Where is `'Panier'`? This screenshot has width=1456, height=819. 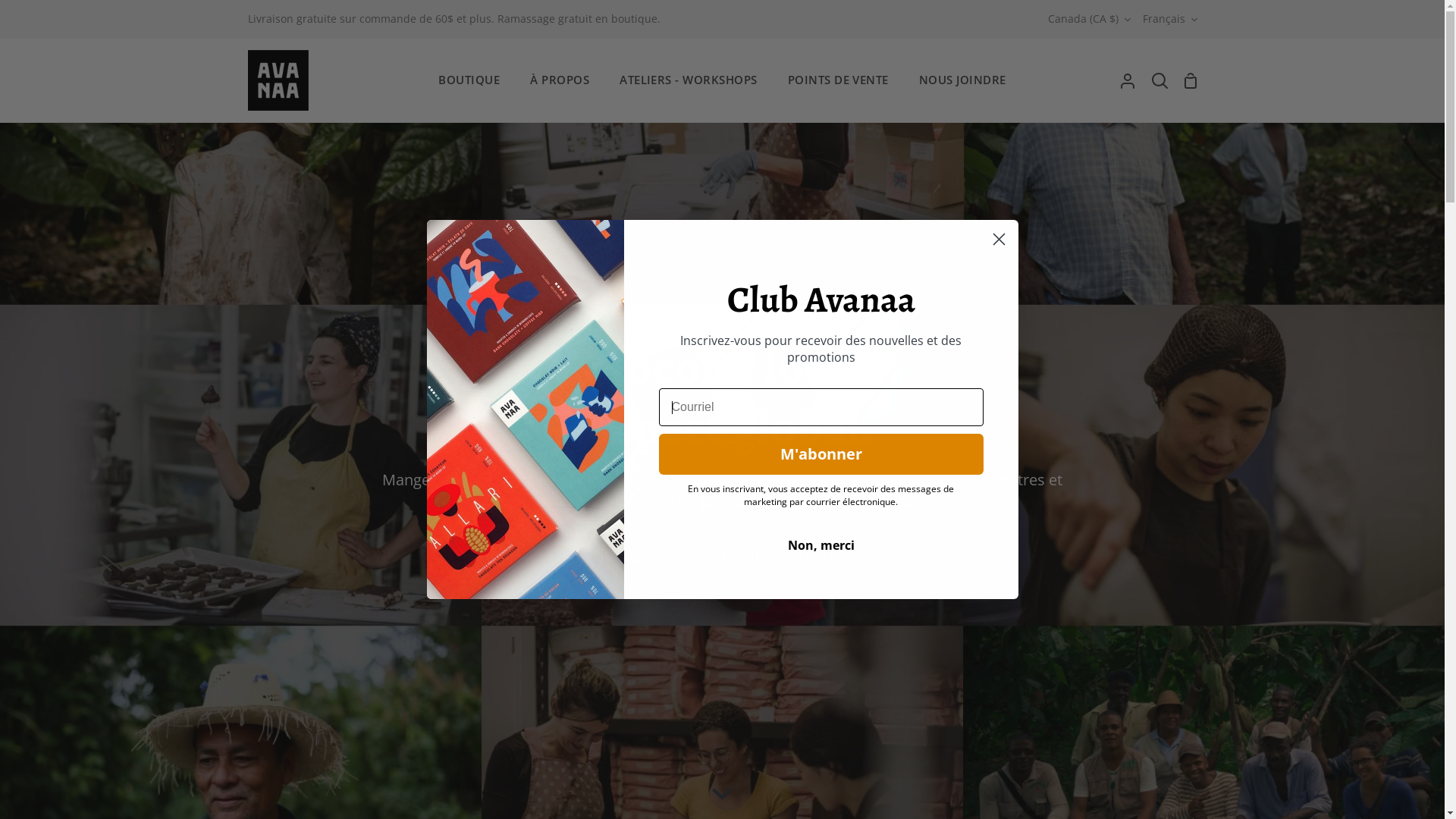
'Panier' is located at coordinates (1189, 80).